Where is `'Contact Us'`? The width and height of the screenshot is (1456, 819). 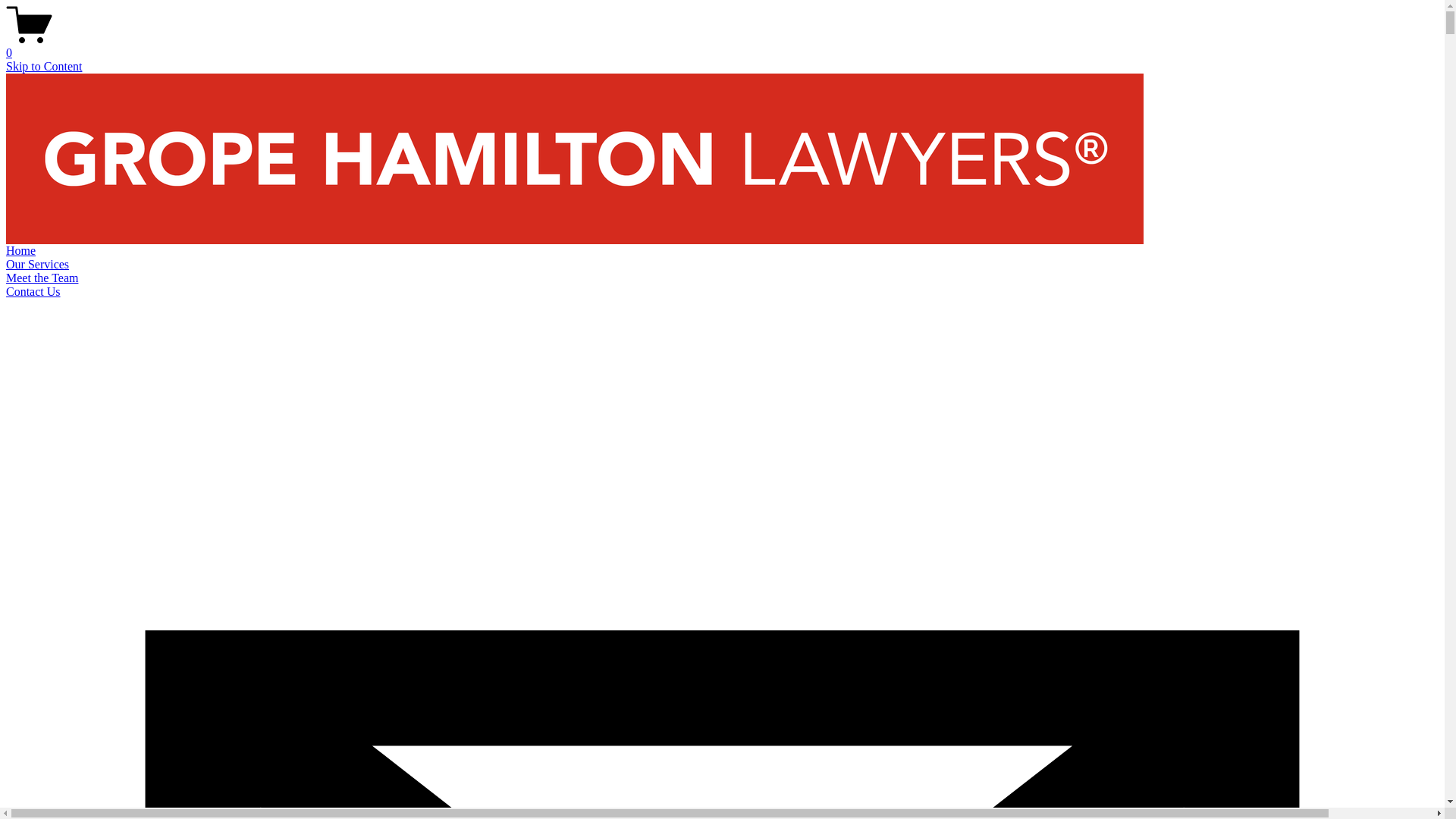
'Contact Us' is located at coordinates (33, 291).